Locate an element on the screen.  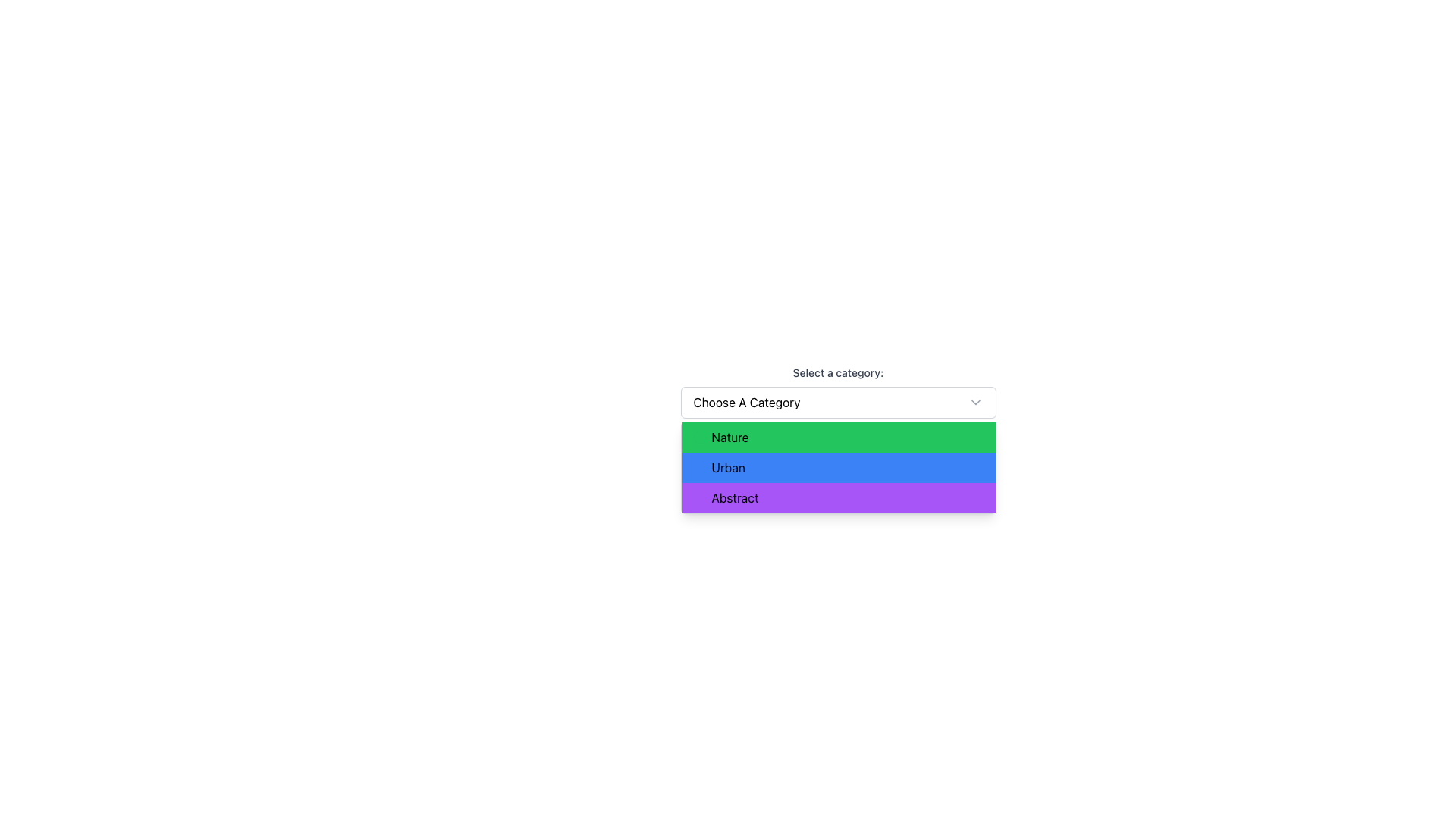
the chevron icon located on the right side of the dropdown field within the 'Choose a category' section to focus and navigate through options is located at coordinates (975, 402).